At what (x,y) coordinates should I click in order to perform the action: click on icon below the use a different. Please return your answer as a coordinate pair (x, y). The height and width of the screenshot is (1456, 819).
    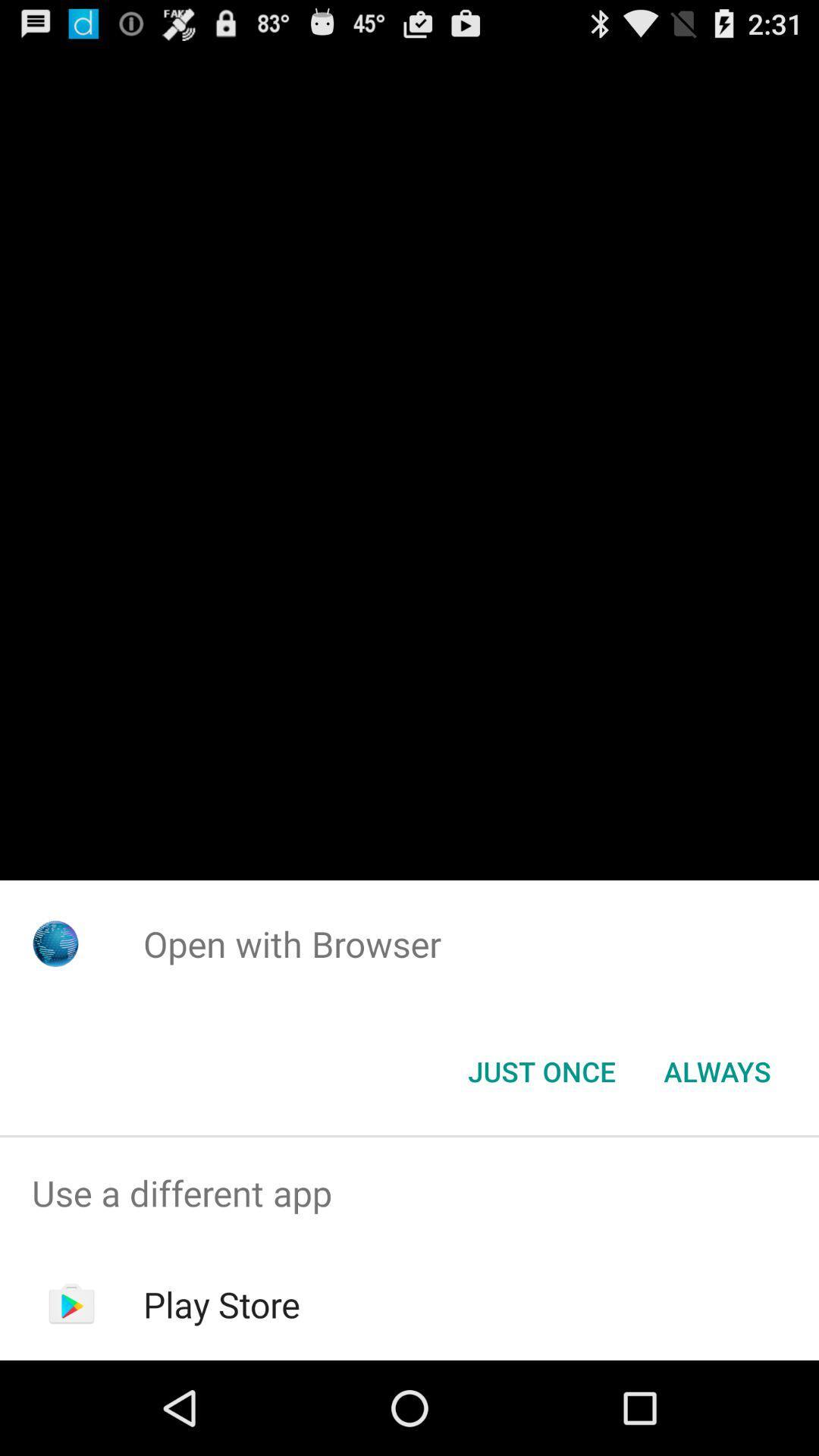
    Looking at the image, I should click on (221, 1304).